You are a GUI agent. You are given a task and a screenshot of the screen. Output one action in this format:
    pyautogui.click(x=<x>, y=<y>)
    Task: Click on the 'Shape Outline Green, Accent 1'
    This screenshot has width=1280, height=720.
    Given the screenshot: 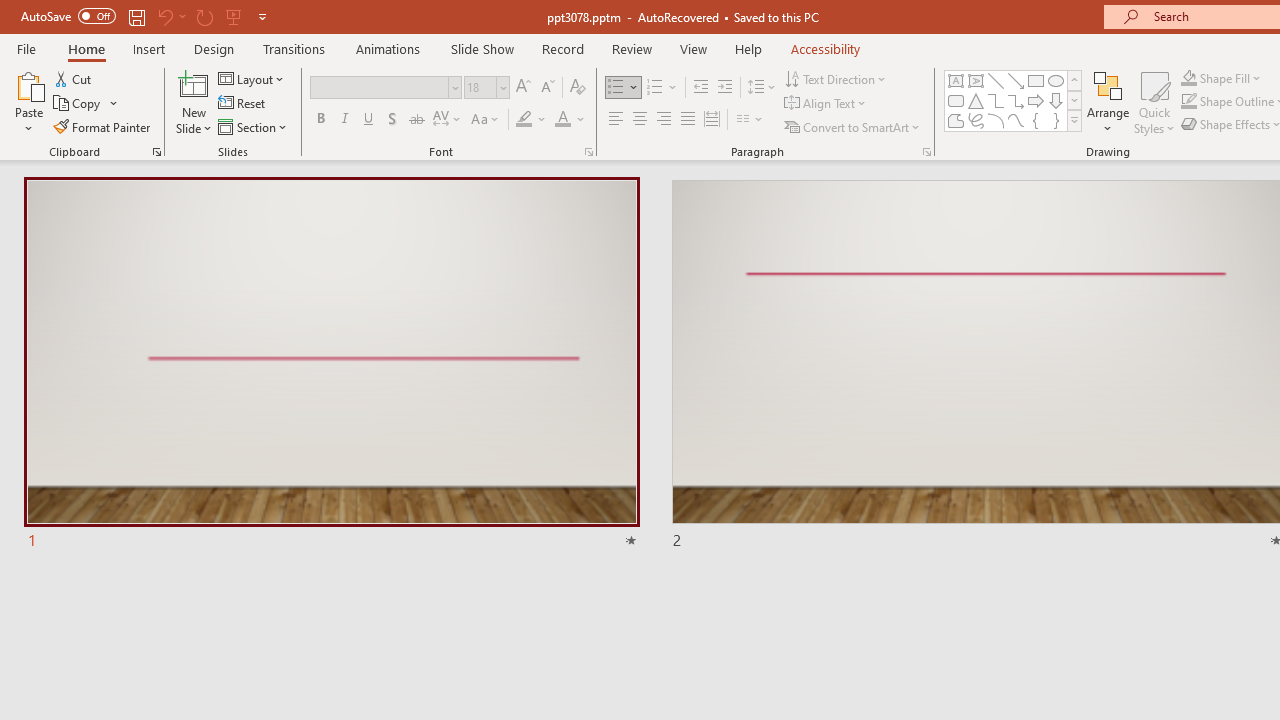 What is the action you would take?
    pyautogui.click(x=1189, y=101)
    